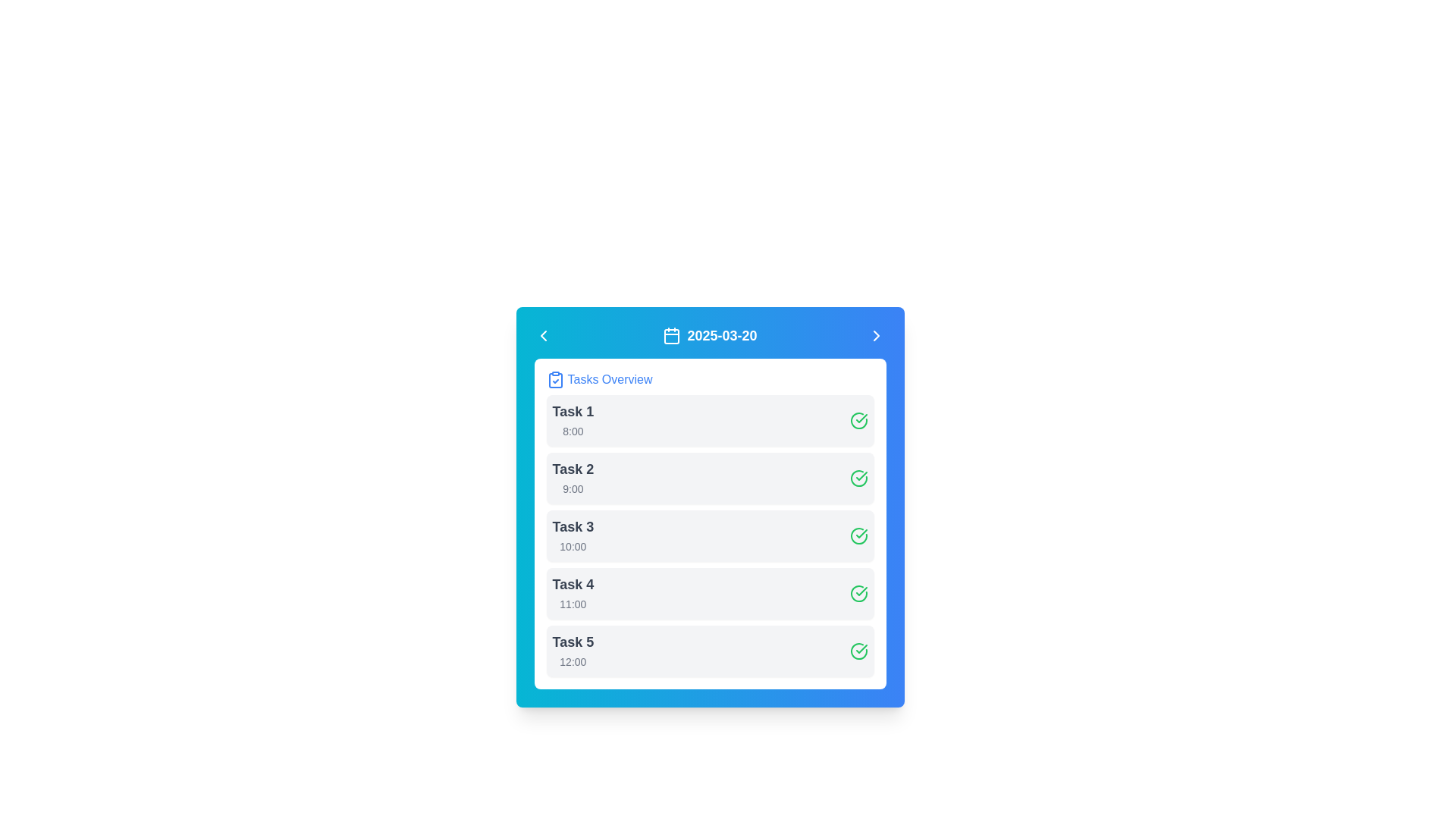 The image size is (1456, 819). I want to click on the navigation button located on the far right side of the blue header bar, adjacent to the date '2025-03-20', so click(877, 335).